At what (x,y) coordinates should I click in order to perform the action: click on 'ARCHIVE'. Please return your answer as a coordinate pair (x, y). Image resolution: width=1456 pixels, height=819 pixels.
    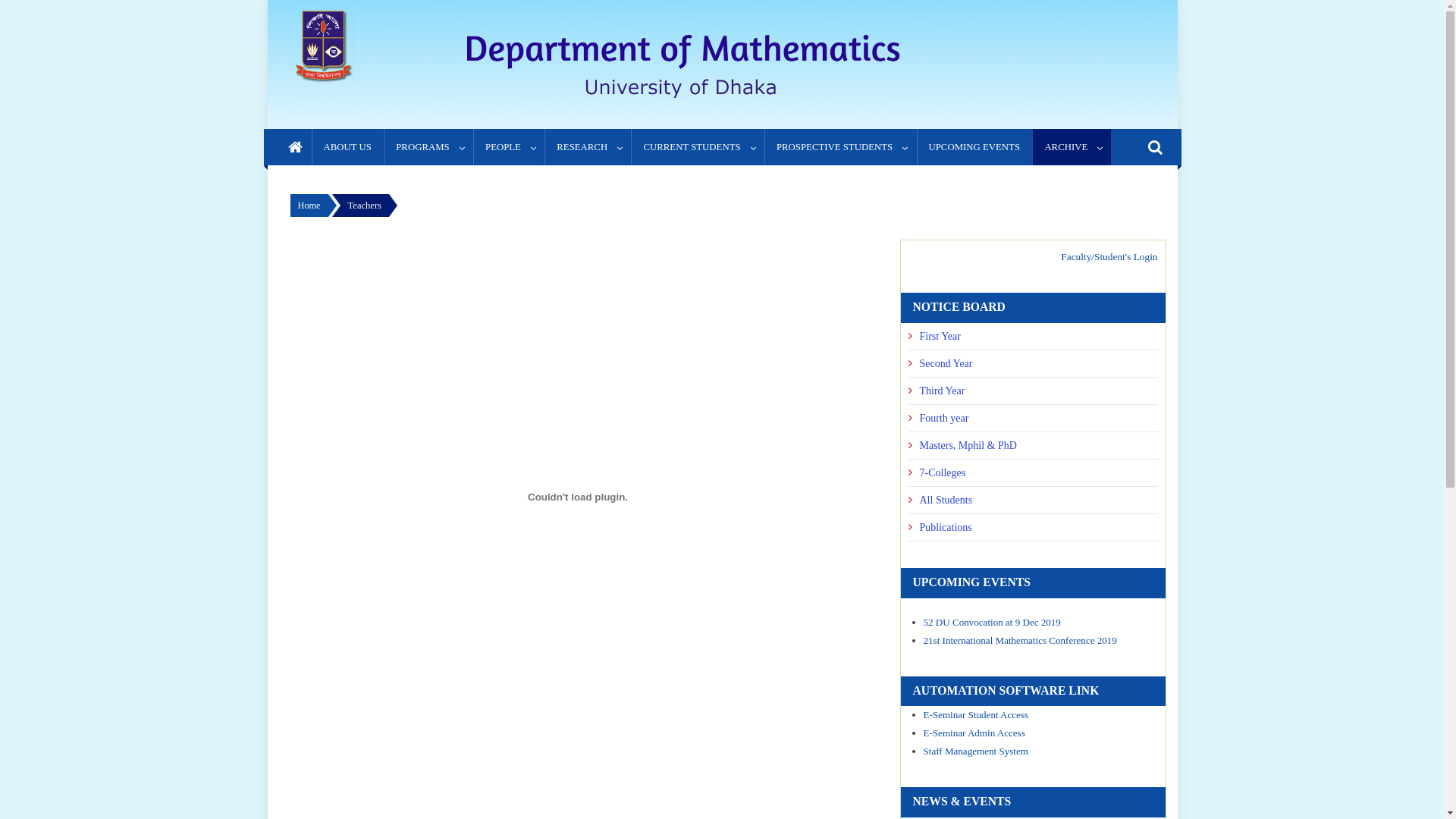
    Looking at the image, I should click on (1070, 146).